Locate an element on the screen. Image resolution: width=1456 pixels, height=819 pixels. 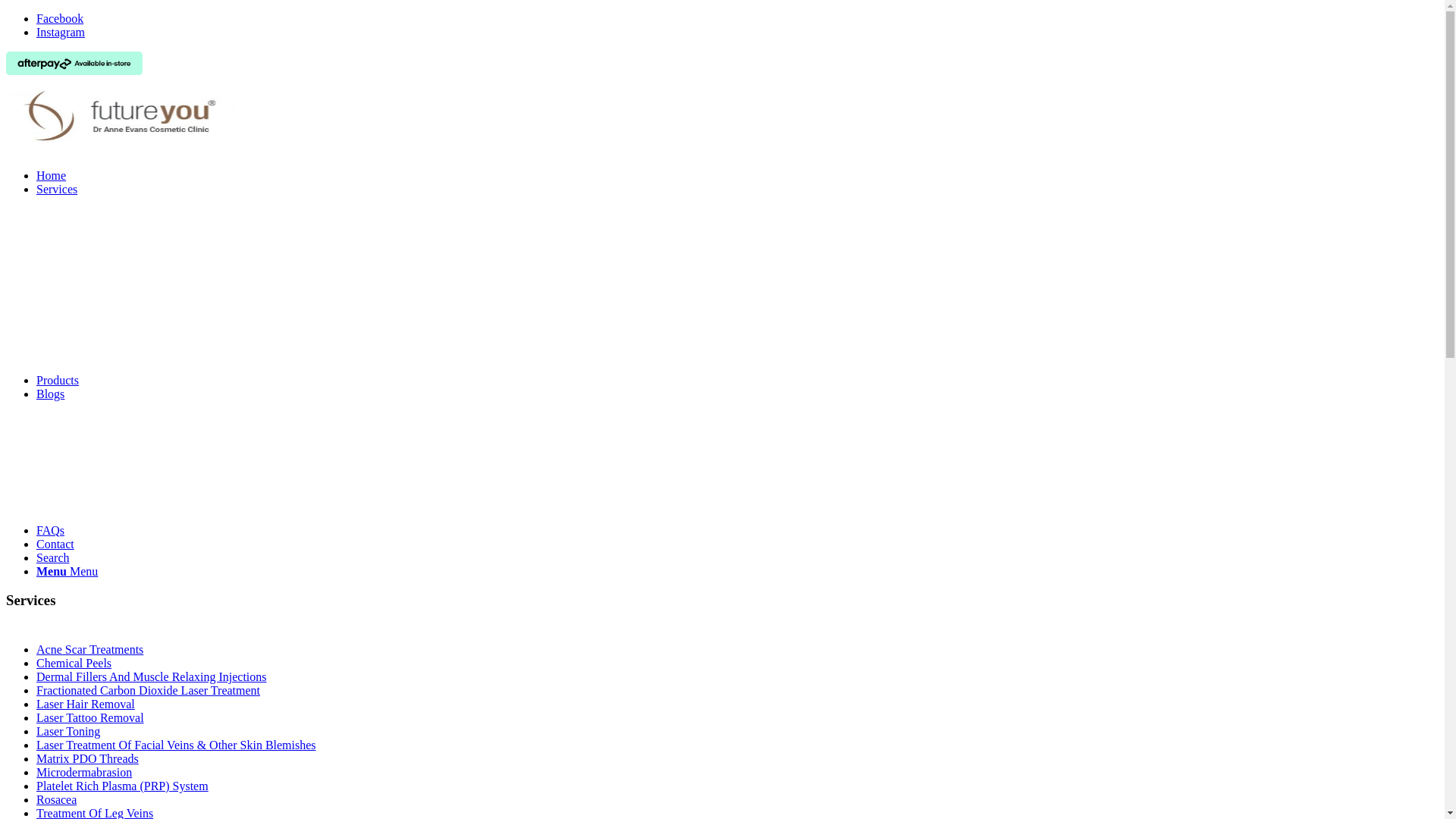
'Laser Hair Removal' is located at coordinates (85, 704).